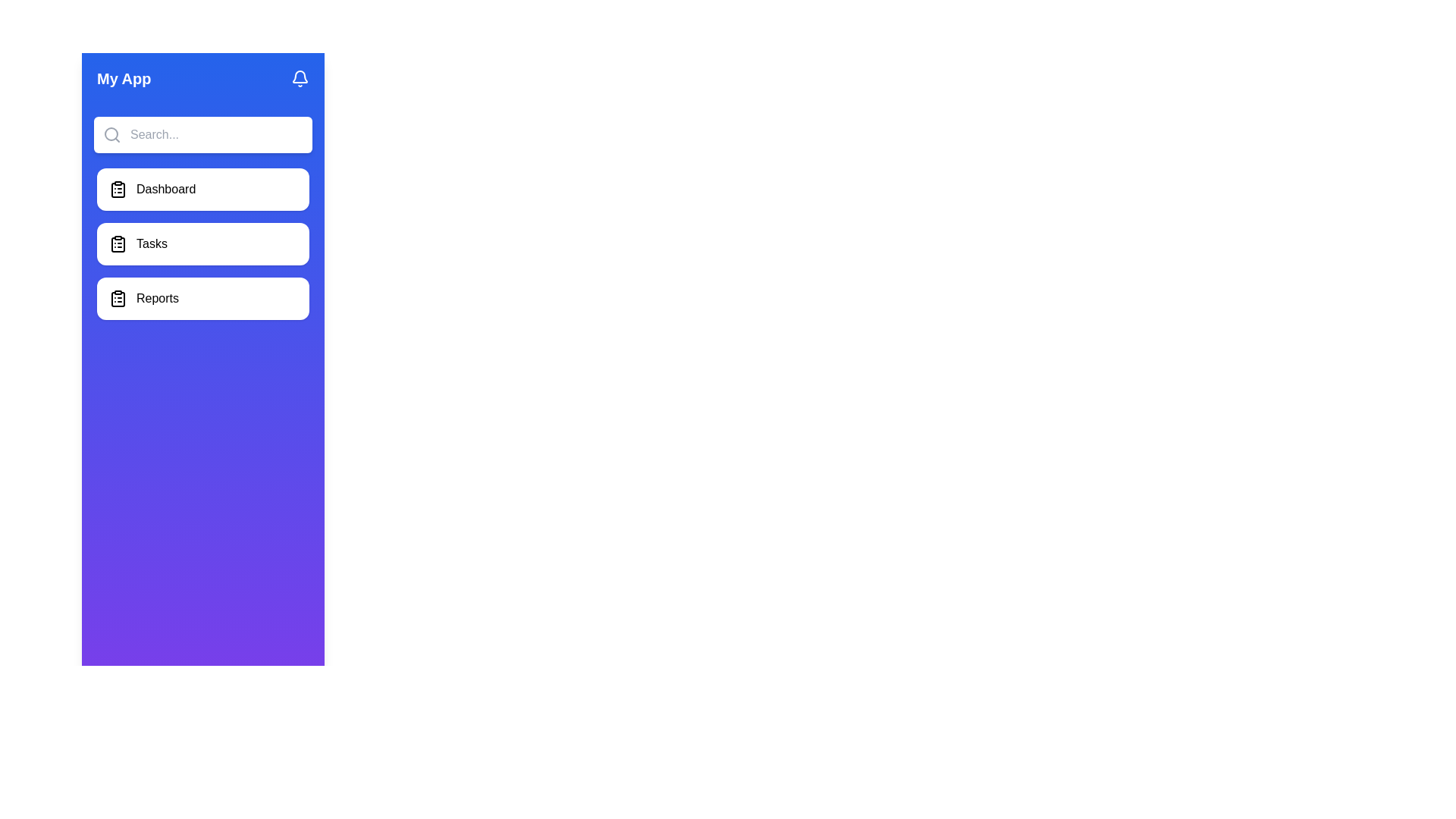 The height and width of the screenshot is (819, 1456). I want to click on the Dashboard in the sidebar list, so click(202, 189).